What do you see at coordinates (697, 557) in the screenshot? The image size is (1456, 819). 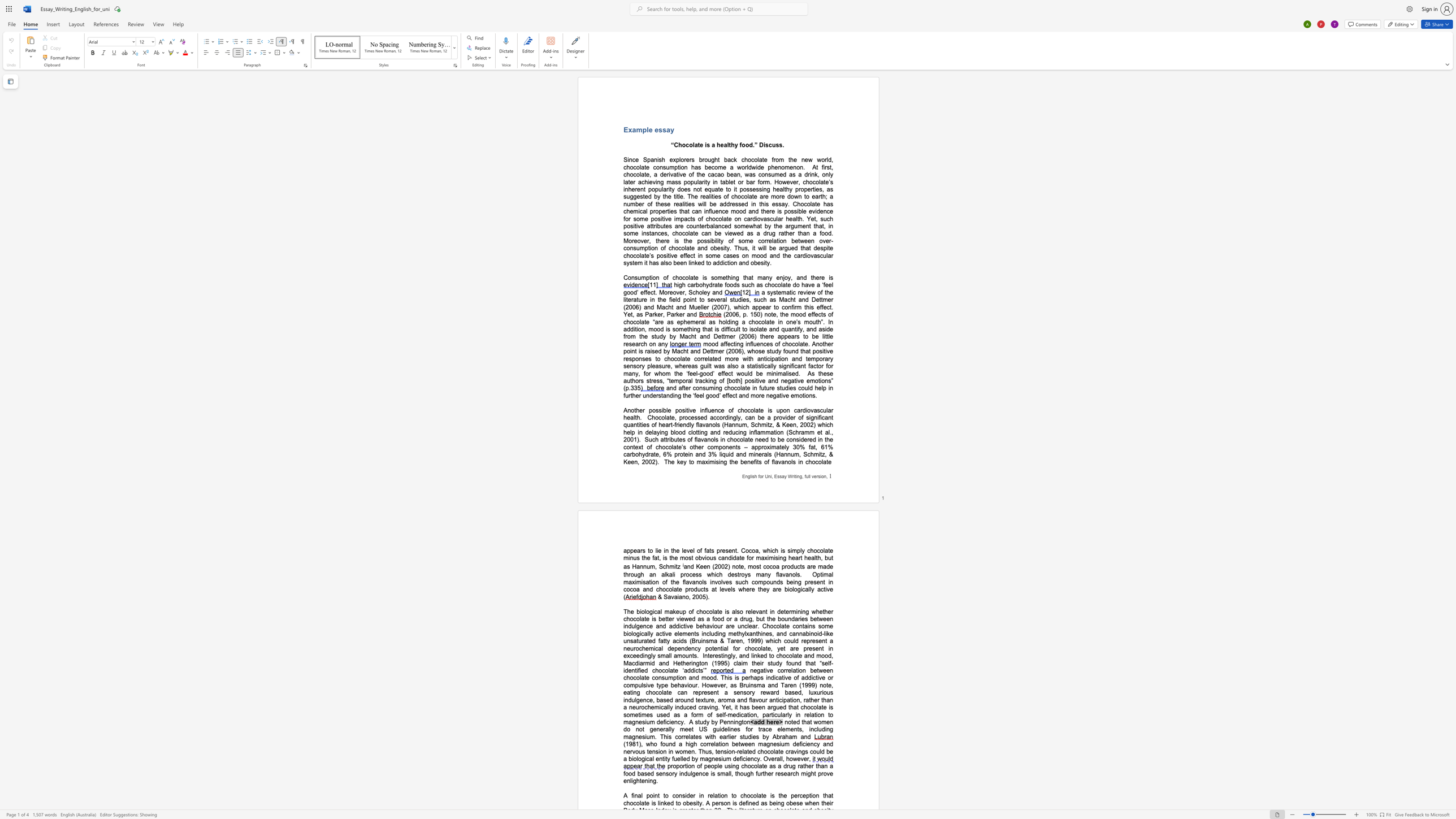 I see `the space between the continuous character "o" and "b" in the text` at bounding box center [697, 557].